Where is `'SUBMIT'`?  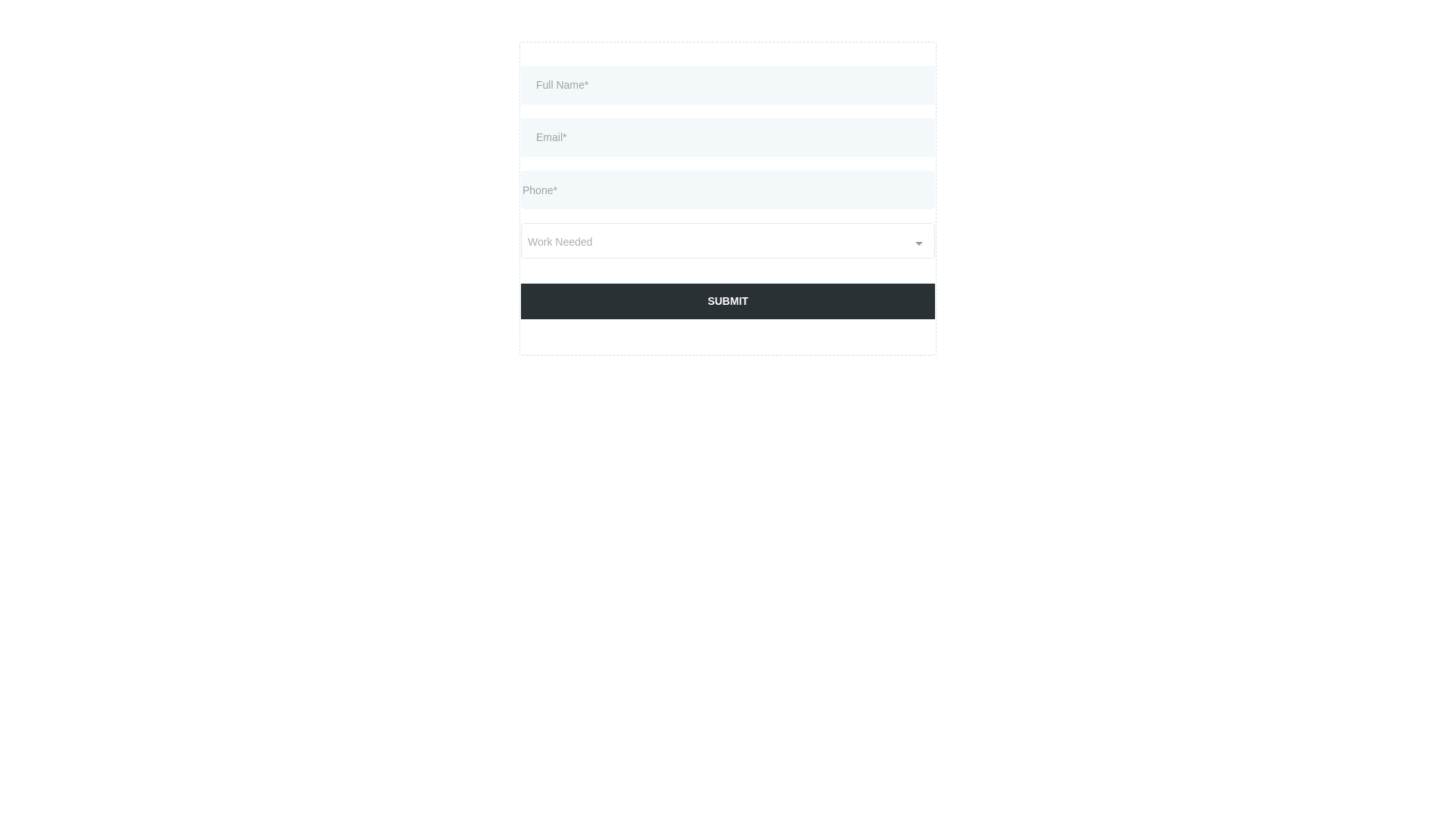 'SUBMIT' is located at coordinates (728, 301).